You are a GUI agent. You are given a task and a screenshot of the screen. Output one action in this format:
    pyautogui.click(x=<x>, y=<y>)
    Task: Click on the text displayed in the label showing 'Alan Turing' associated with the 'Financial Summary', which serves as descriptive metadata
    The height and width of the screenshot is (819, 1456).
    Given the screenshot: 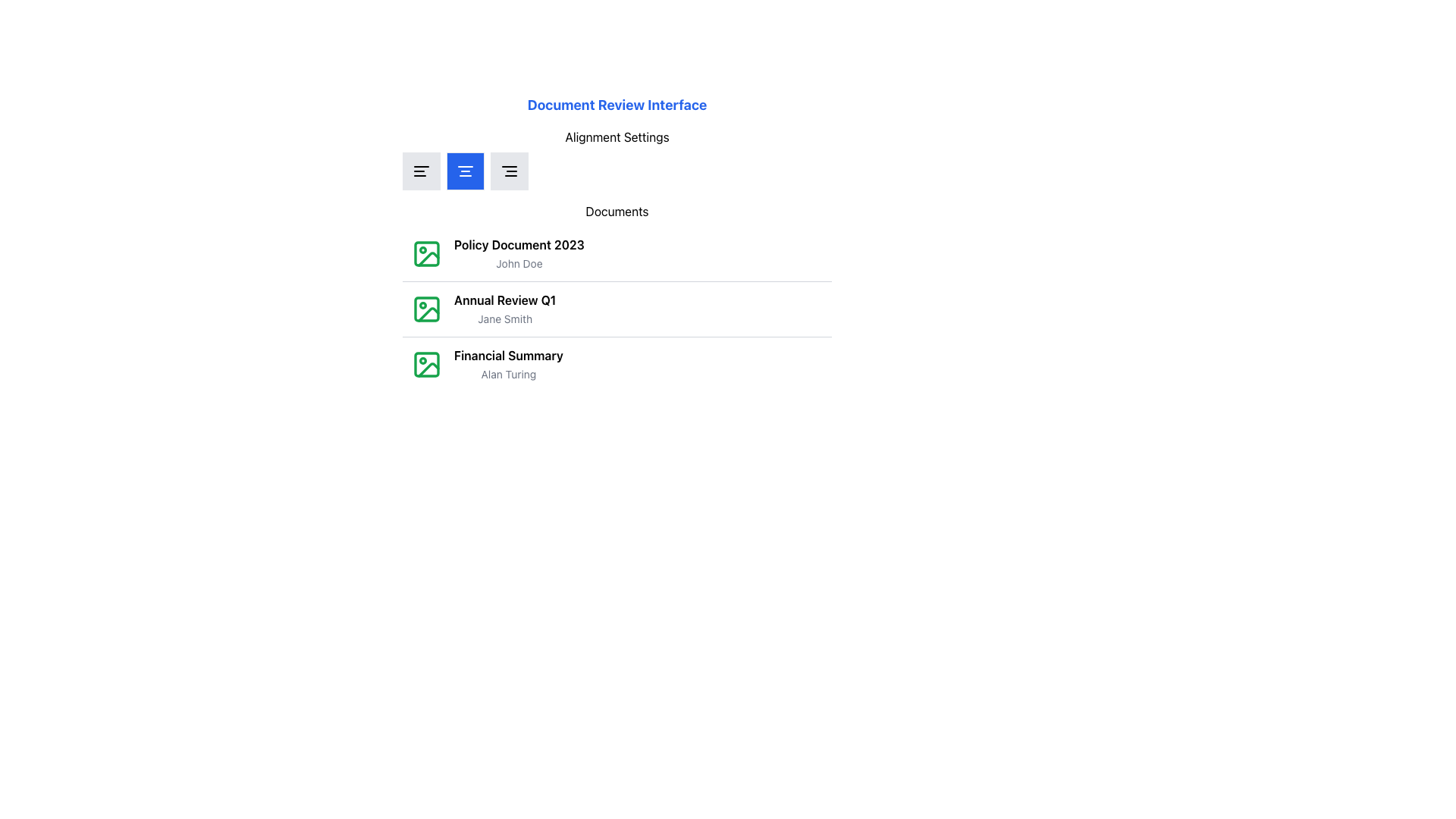 What is the action you would take?
    pyautogui.click(x=508, y=374)
    